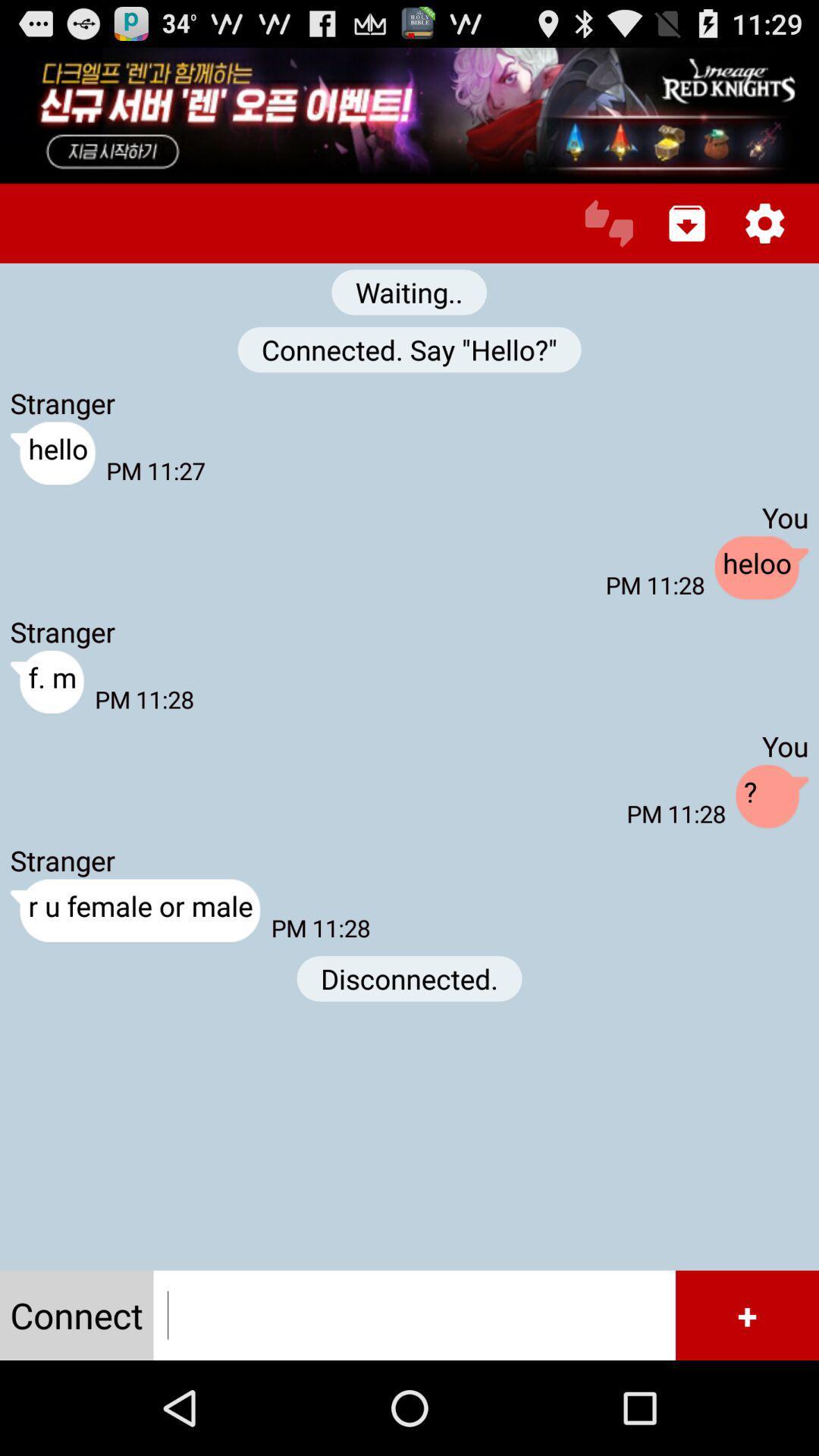 The width and height of the screenshot is (819, 1456). I want to click on the app to the right of the pm 11:28 item, so click(761, 567).